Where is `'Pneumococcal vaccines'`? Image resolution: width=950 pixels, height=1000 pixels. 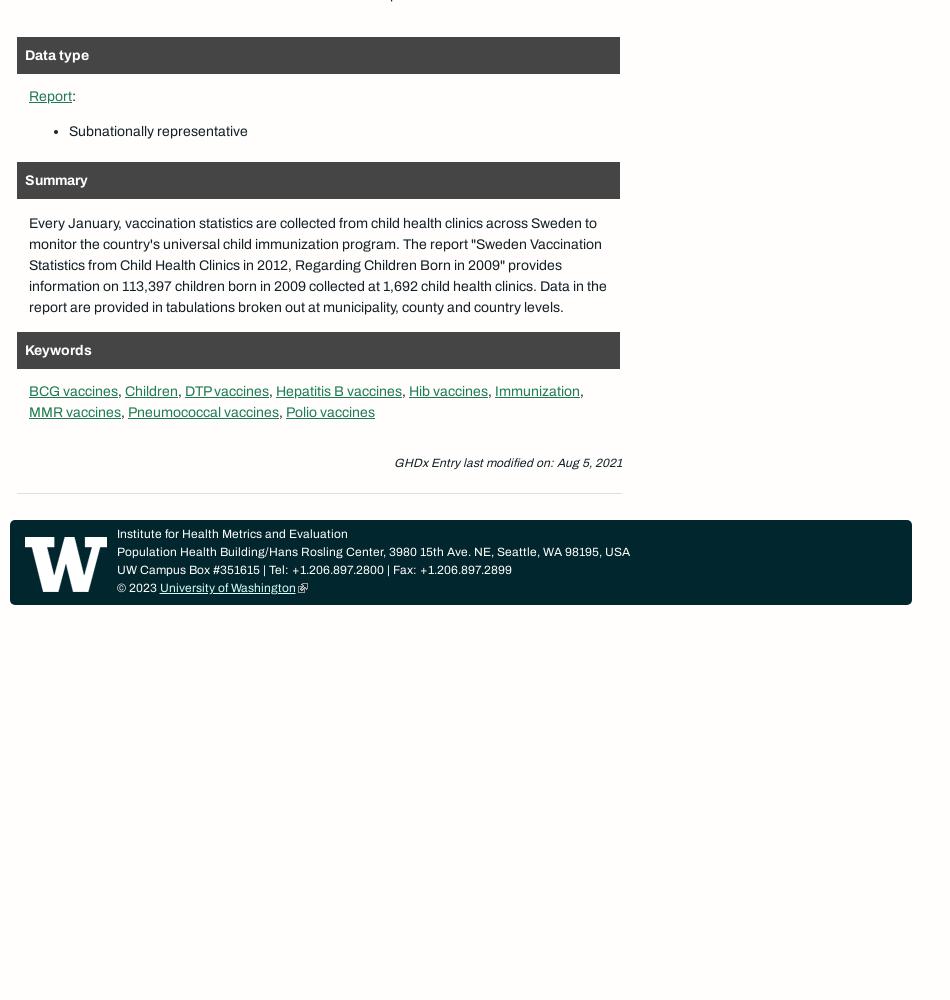
'Pneumococcal vaccines' is located at coordinates (203, 412).